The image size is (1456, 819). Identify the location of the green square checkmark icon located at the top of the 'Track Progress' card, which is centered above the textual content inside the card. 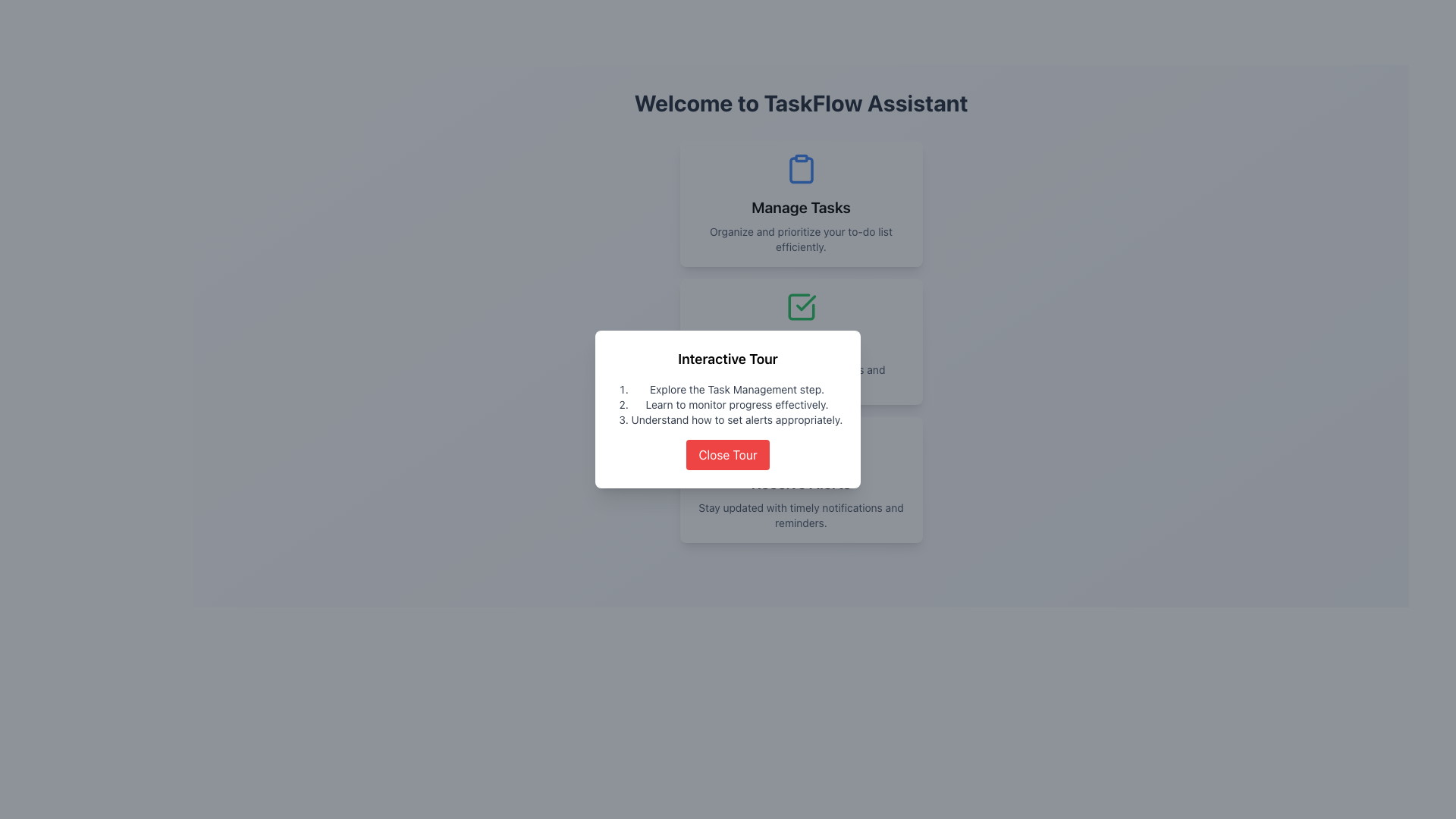
(800, 307).